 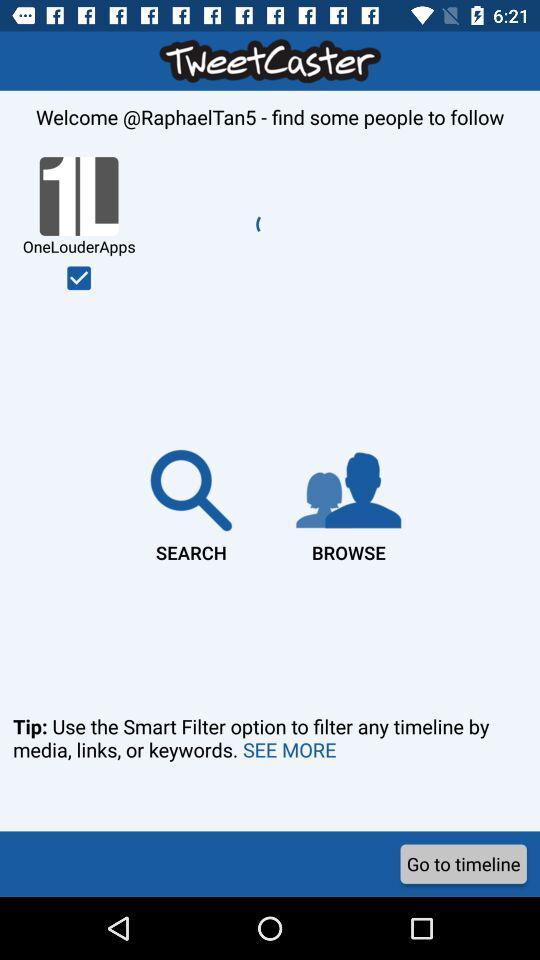 I want to click on icon below onelouderapps icon, so click(x=78, y=277).